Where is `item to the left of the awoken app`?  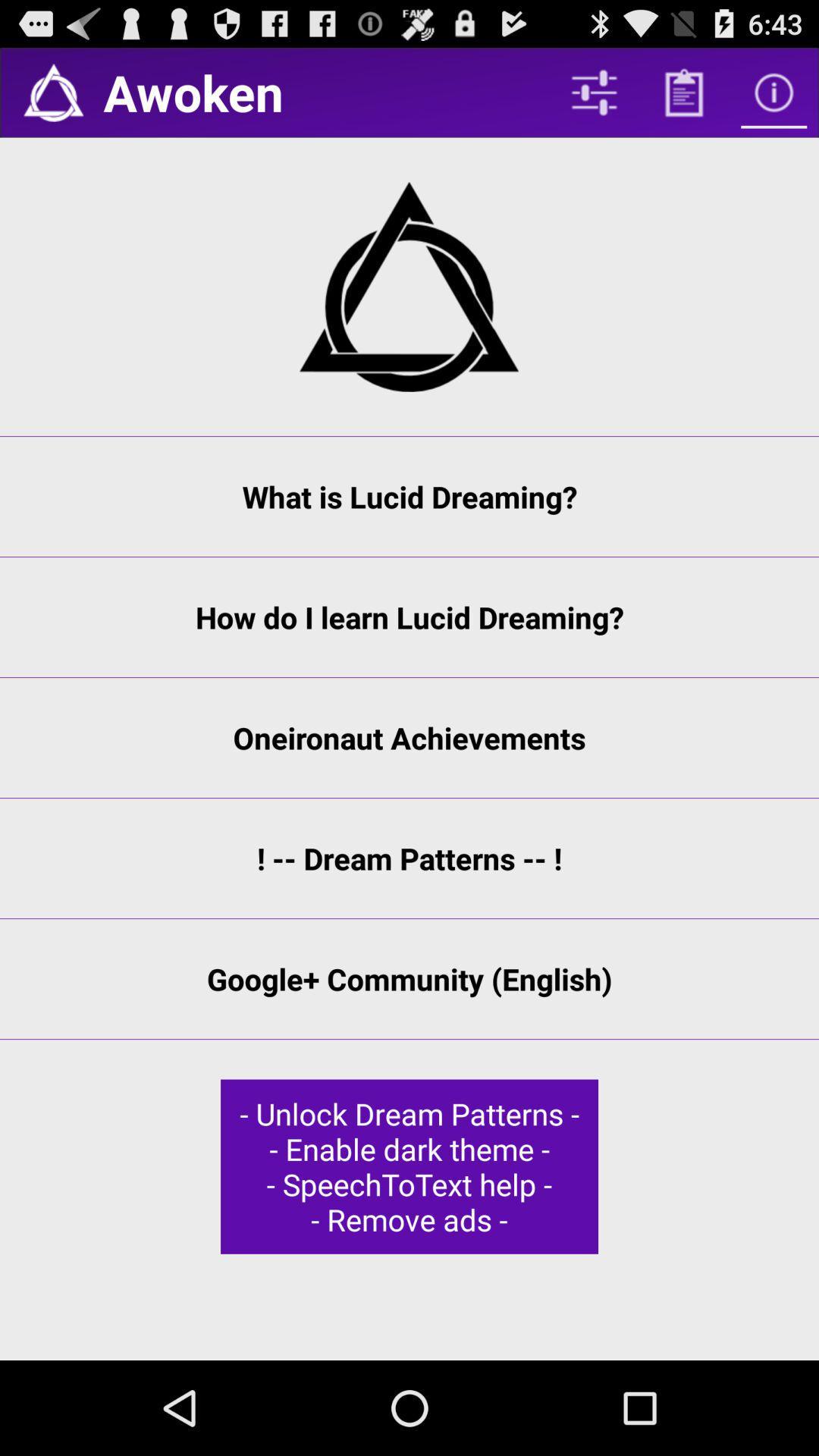
item to the left of the awoken app is located at coordinates (52, 92).